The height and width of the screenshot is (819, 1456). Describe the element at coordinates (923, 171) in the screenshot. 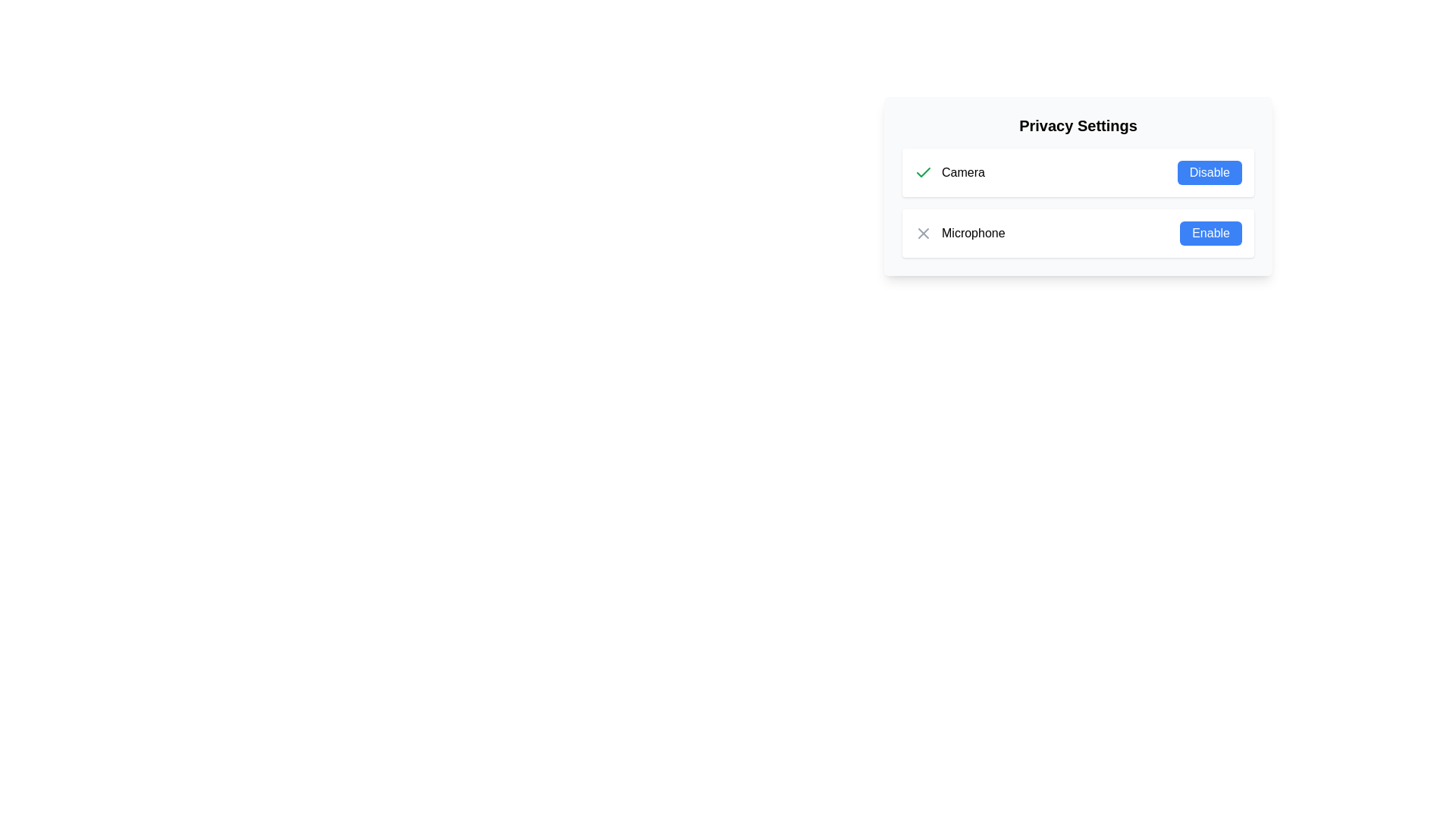

I see `the positive status icon indicating approval for the 'Camera' label in the 'Privacy Settings' panel` at that location.